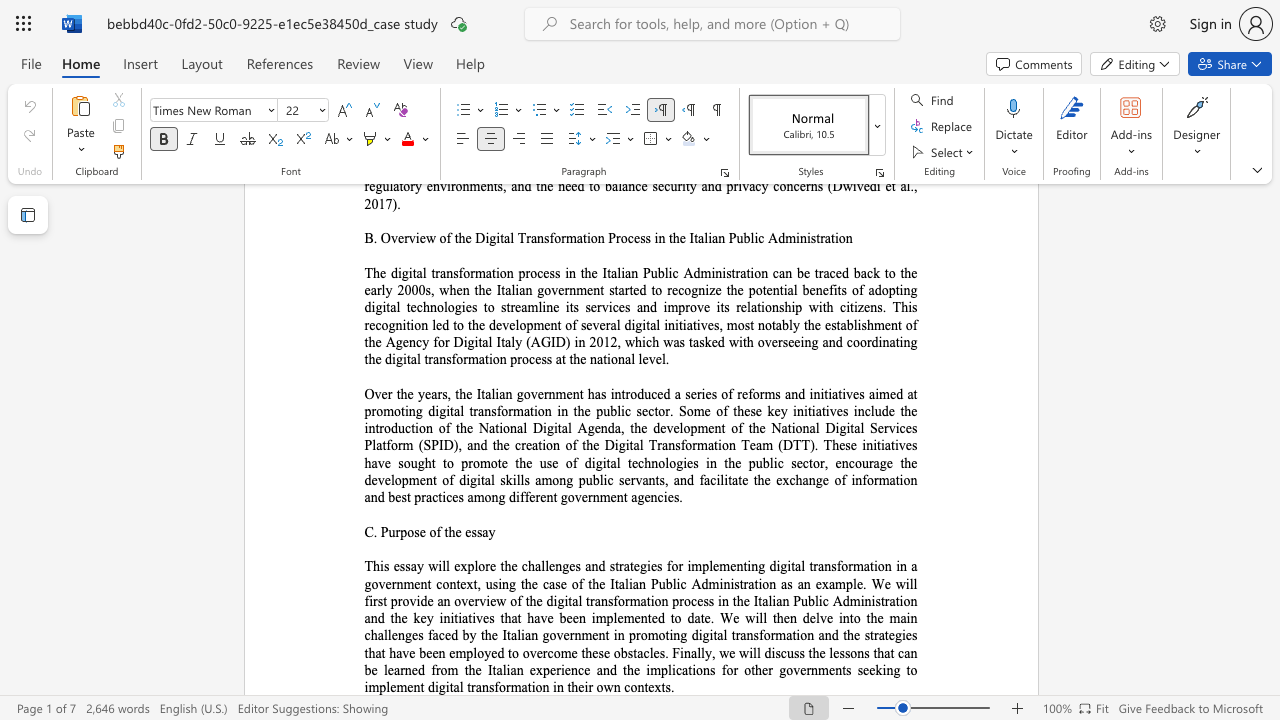  What do you see at coordinates (488, 686) in the screenshot?
I see `the subset text "sformation in their own" within the text "to implement digital transformation in their own contexts."` at bounding box center [488, 686].